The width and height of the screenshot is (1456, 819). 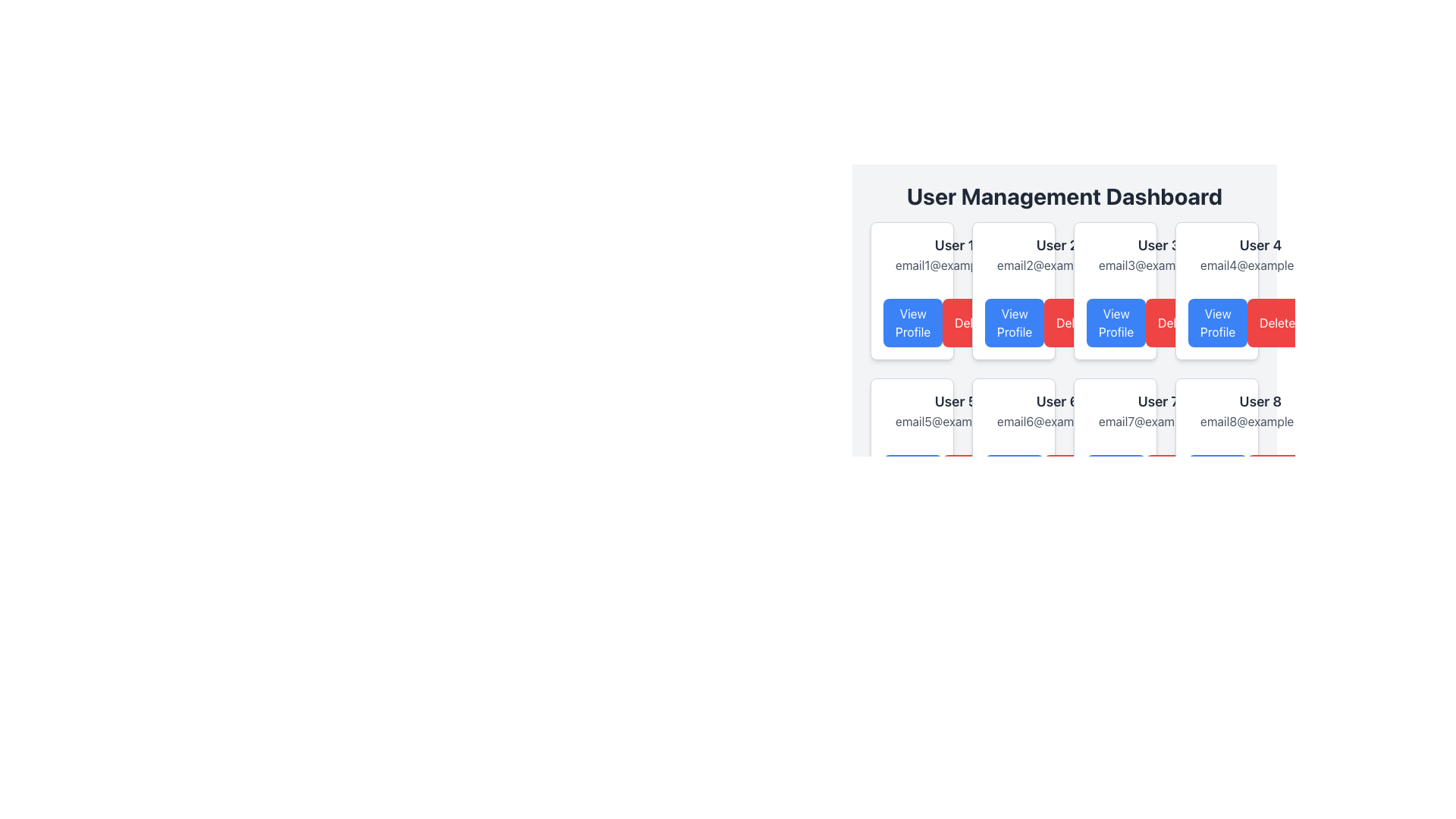 What do you see at coordinates (1260, 411) in the screenshot?
I see `the text display element showing 'User 8' and 'email8@example.com' in the user management interface under 'User Management Dashboard'` at bounding box center [1260, 411].